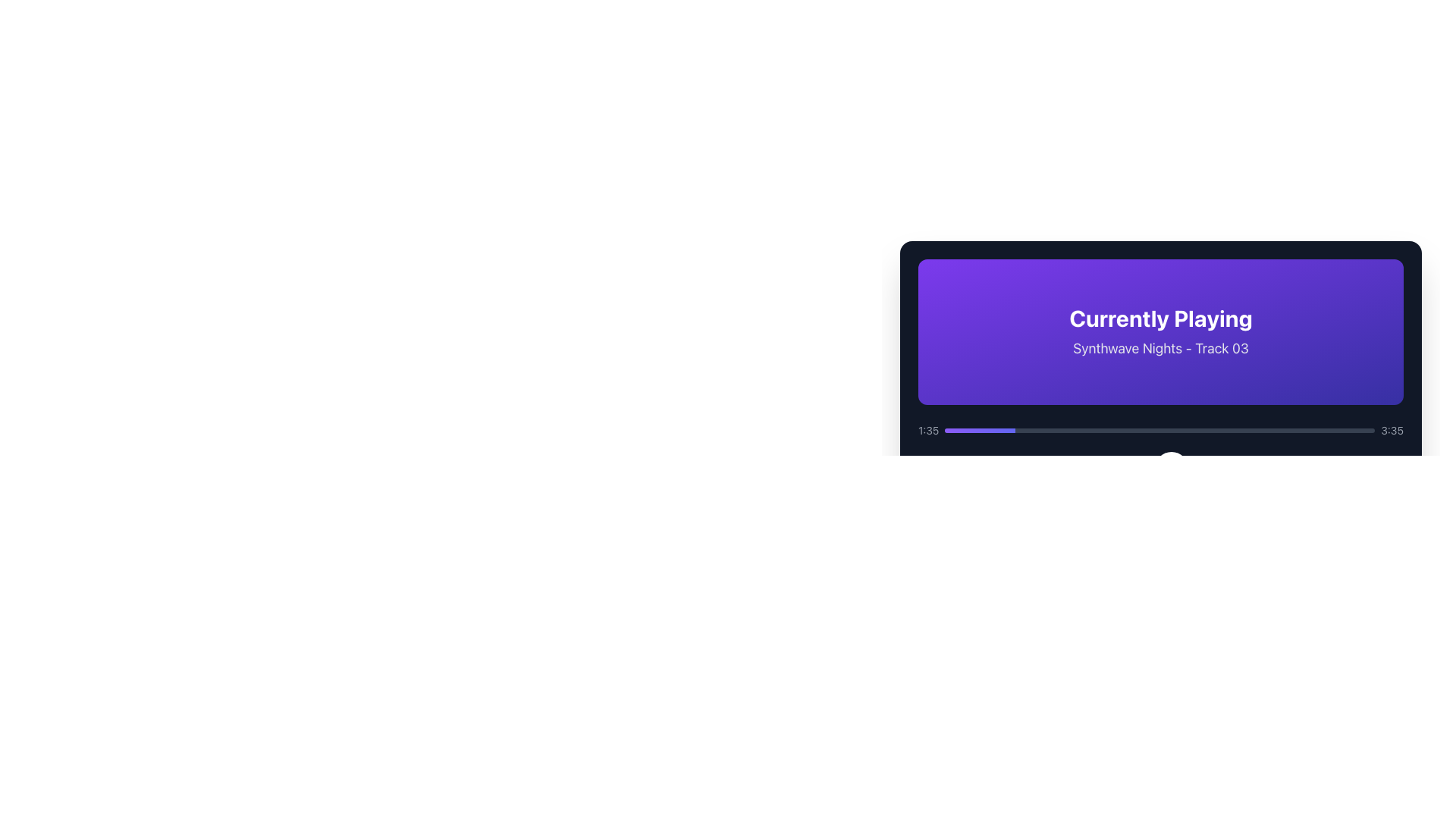 The height and width of the screenshot is (819, 1456). Describe the element at coordinates (1357, 430) in the screenshot. I see `the playback progress` at that location.